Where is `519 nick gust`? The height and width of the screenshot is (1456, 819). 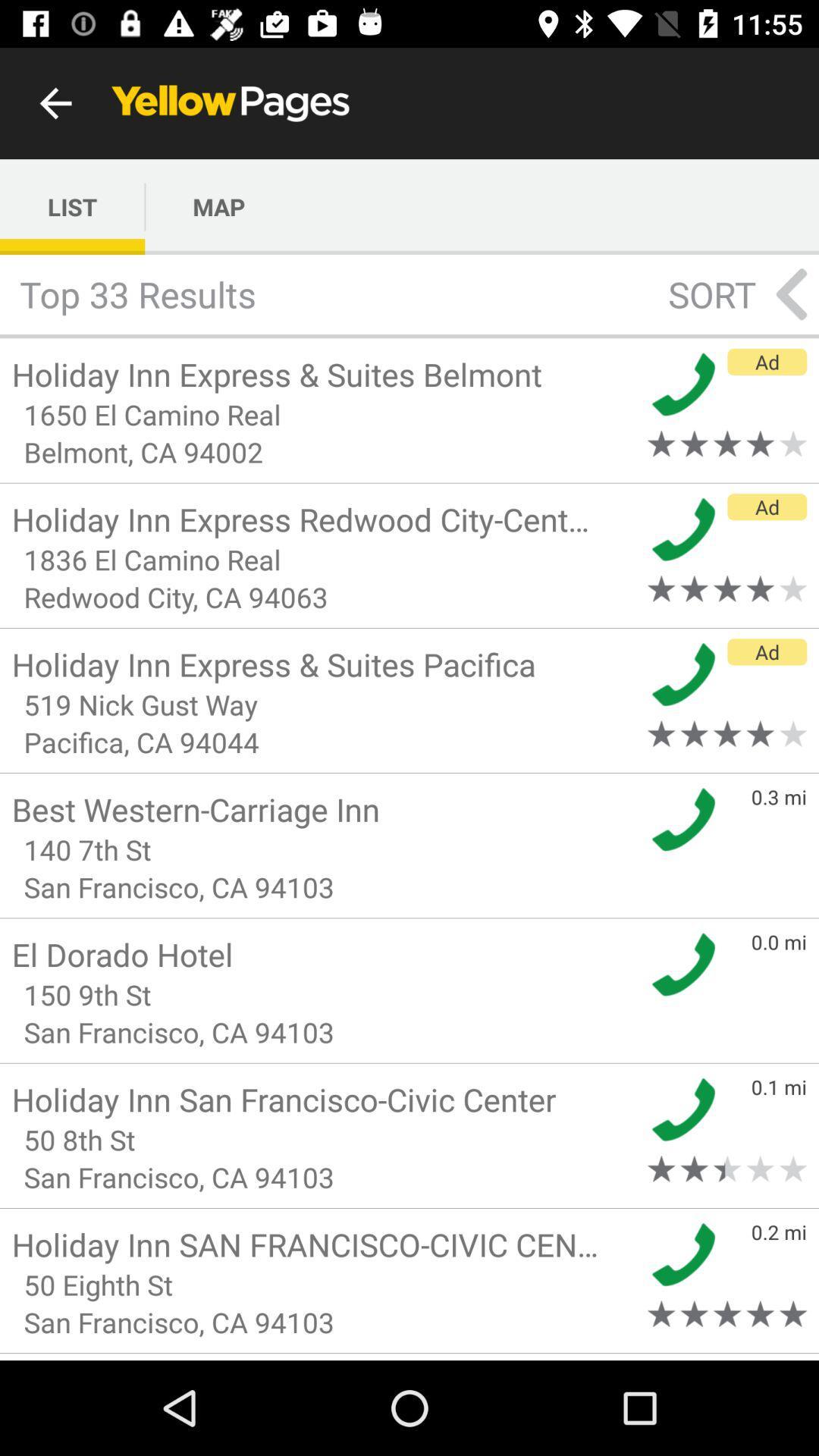 519 nick gust is located at coordinates (324, 704).